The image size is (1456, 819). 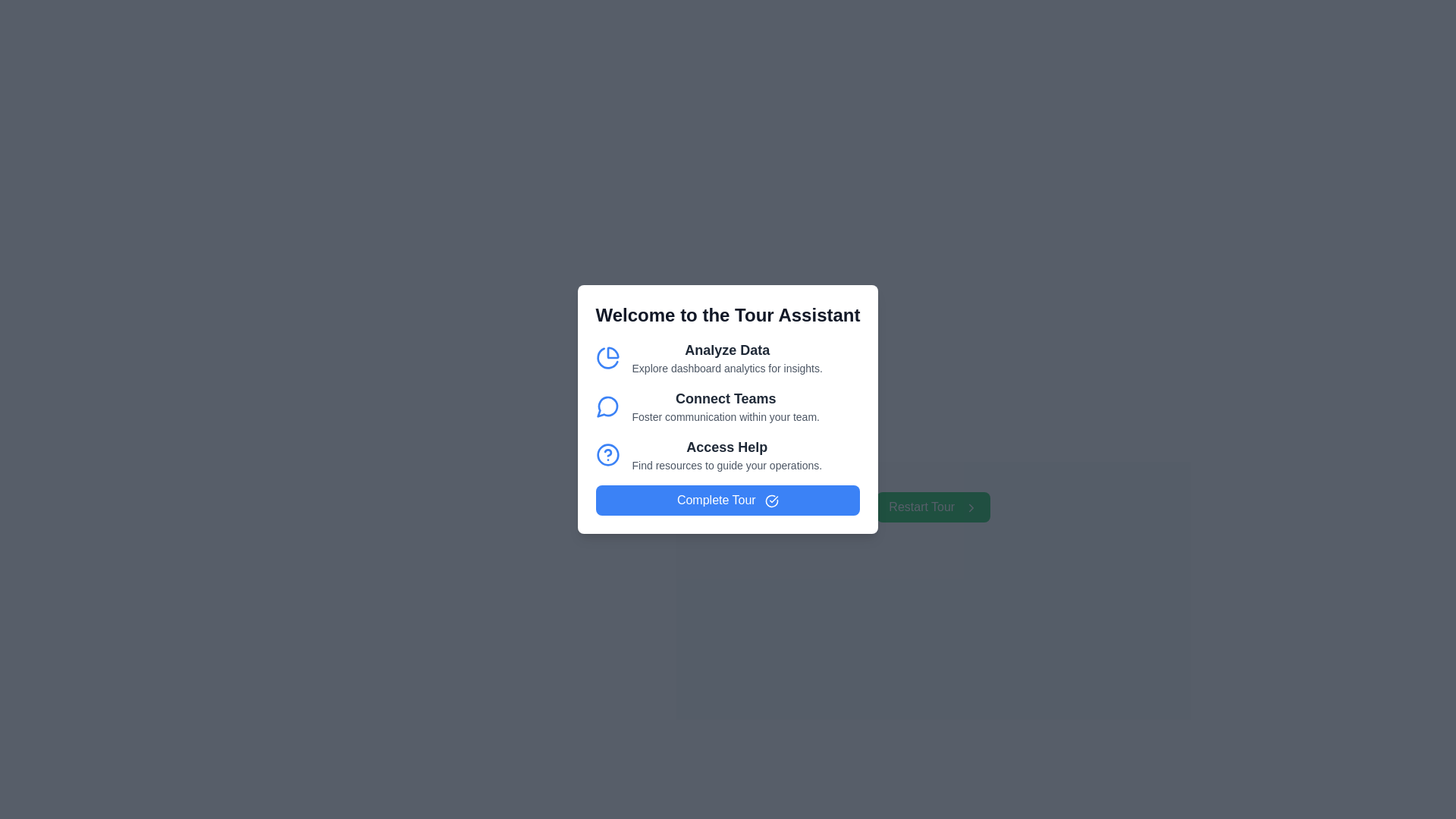 What do you see at coordinates (607, 406) in the screenshot?
I see `the communication or messaging icon located to the left of the 'Connect Teams' text` at bounding box center [607, 406].